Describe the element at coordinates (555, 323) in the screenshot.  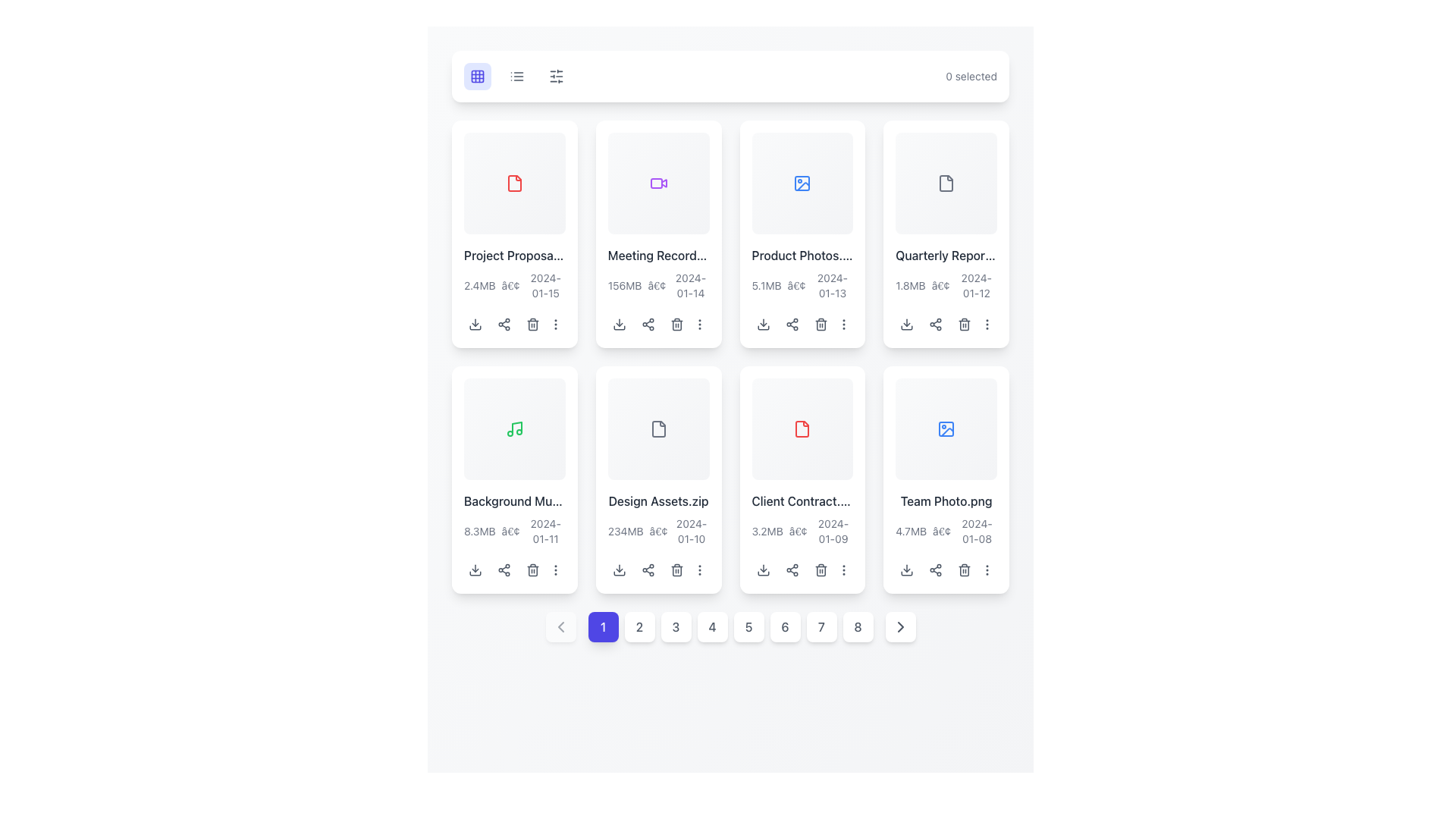
I see `the vertical ellipsis icon located at the bottom right corner of the card` at that location.